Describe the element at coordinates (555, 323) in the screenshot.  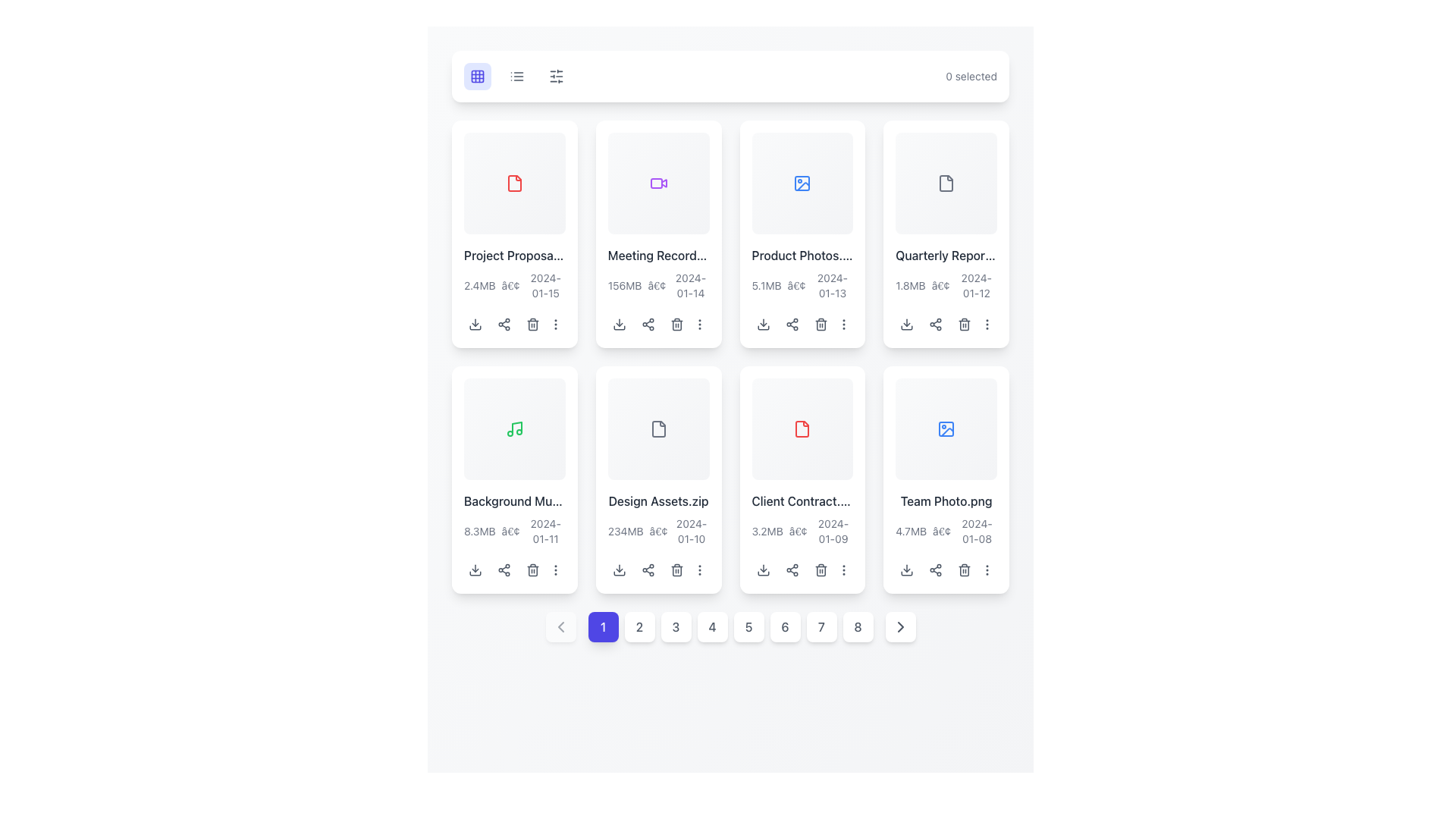
I see `the vertical ellipsis icon located at the bottom right corner of the card` at that location.